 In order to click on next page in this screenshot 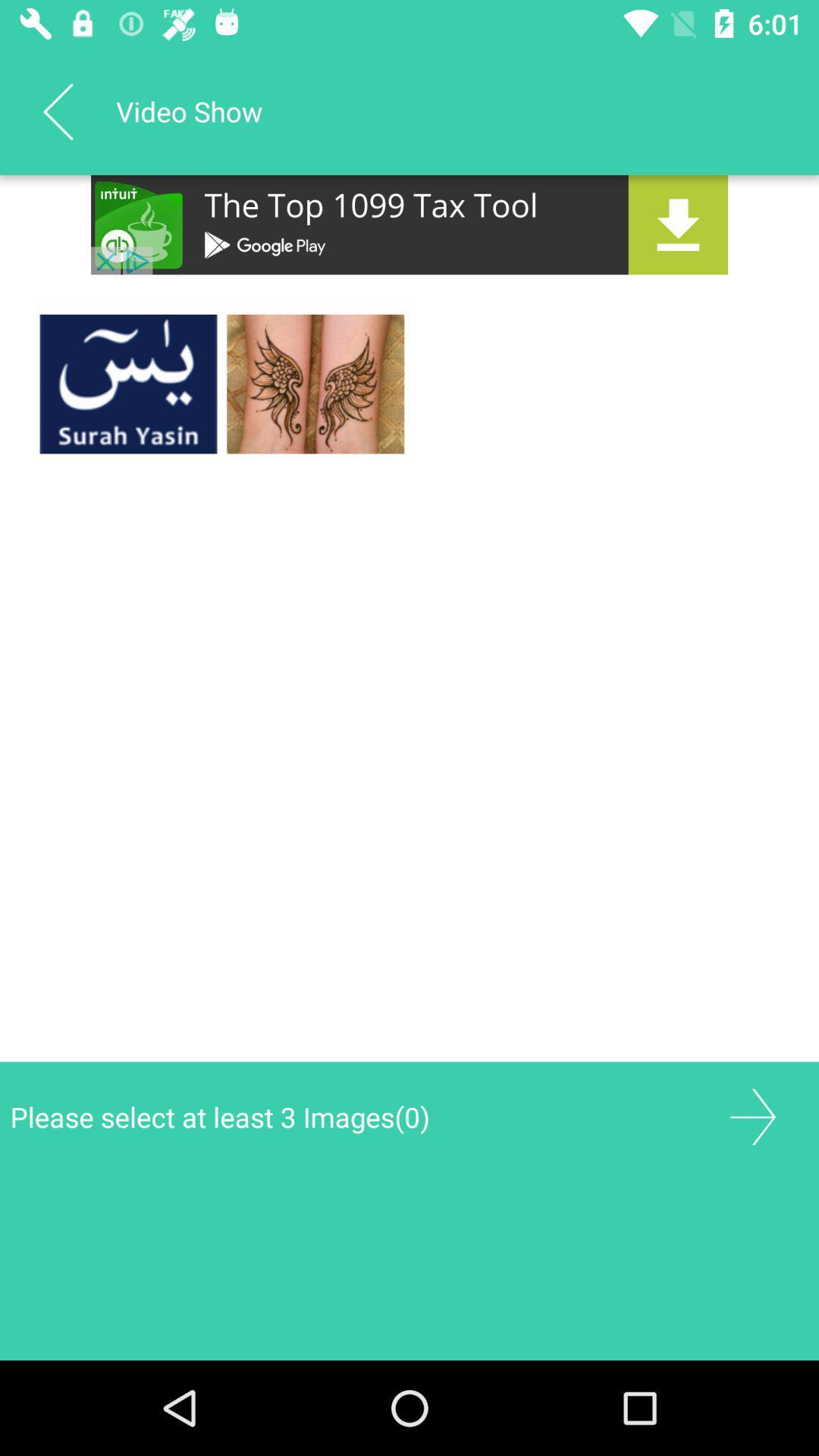, I will do `click(752, 1117)`.